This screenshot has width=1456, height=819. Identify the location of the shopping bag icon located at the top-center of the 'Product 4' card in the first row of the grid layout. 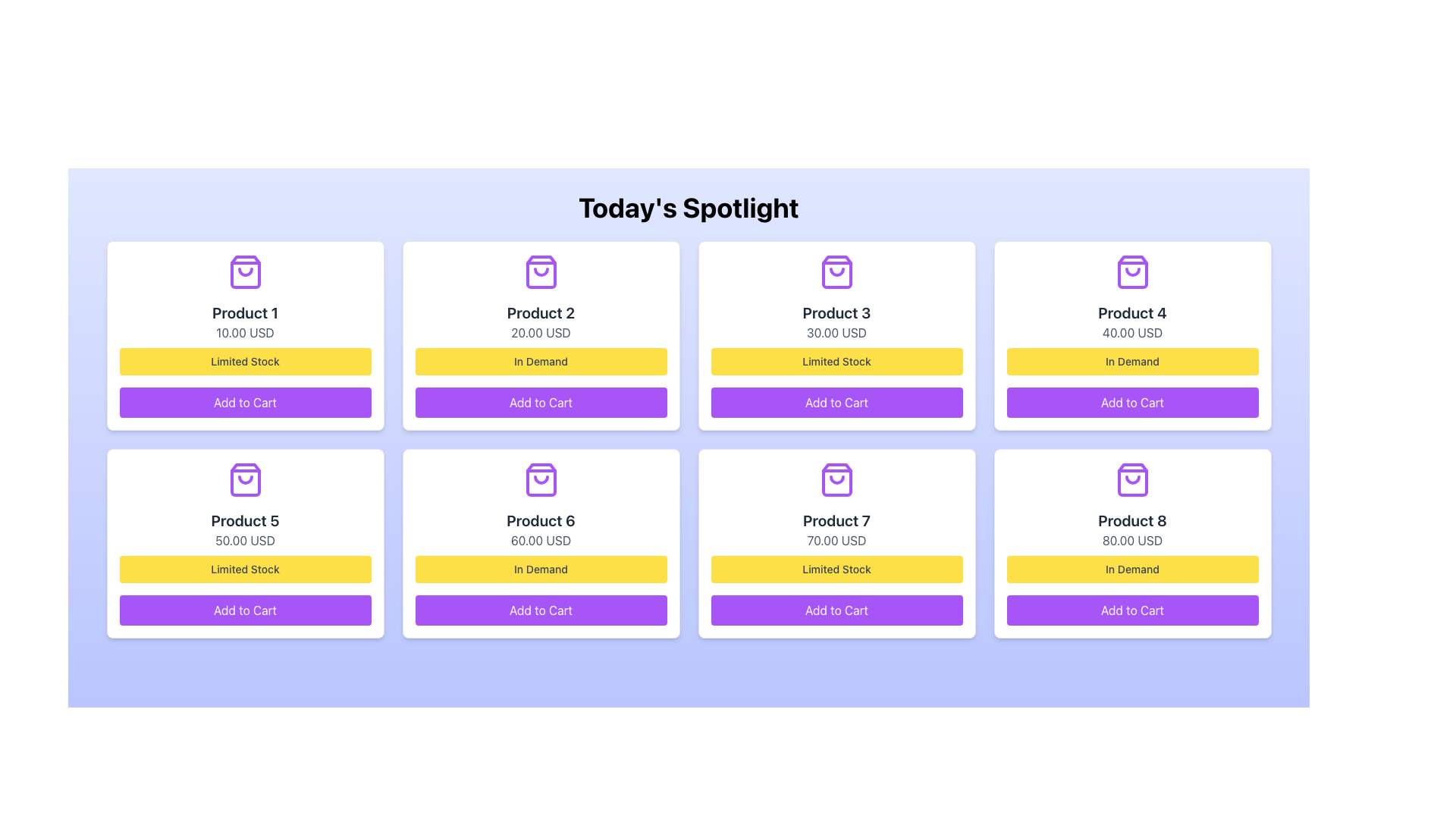
(1132, 271).